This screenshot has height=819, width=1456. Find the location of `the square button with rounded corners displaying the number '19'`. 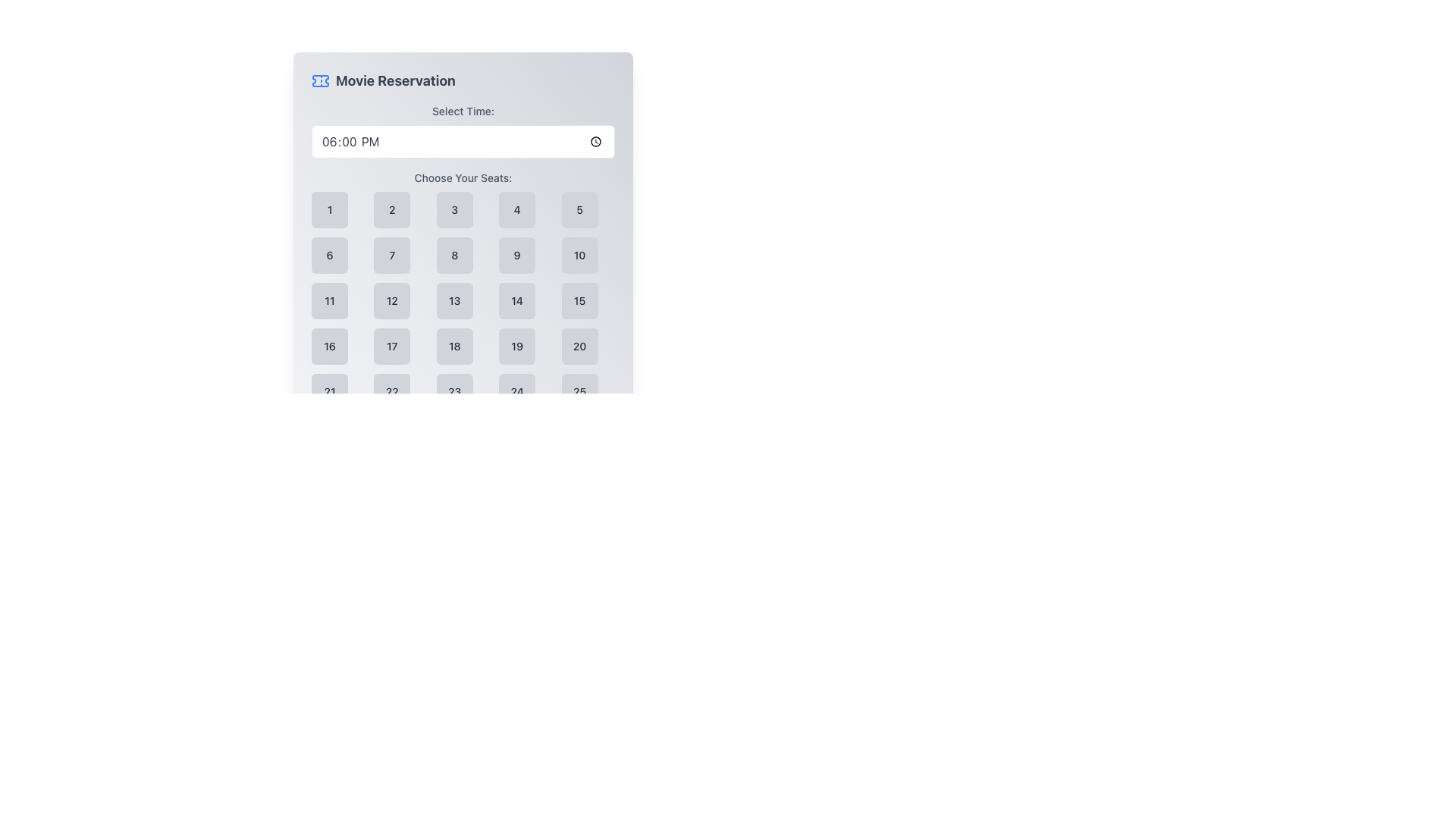

the square button with rounded corners displaying the number '19' is located at coordinates (517, 346).